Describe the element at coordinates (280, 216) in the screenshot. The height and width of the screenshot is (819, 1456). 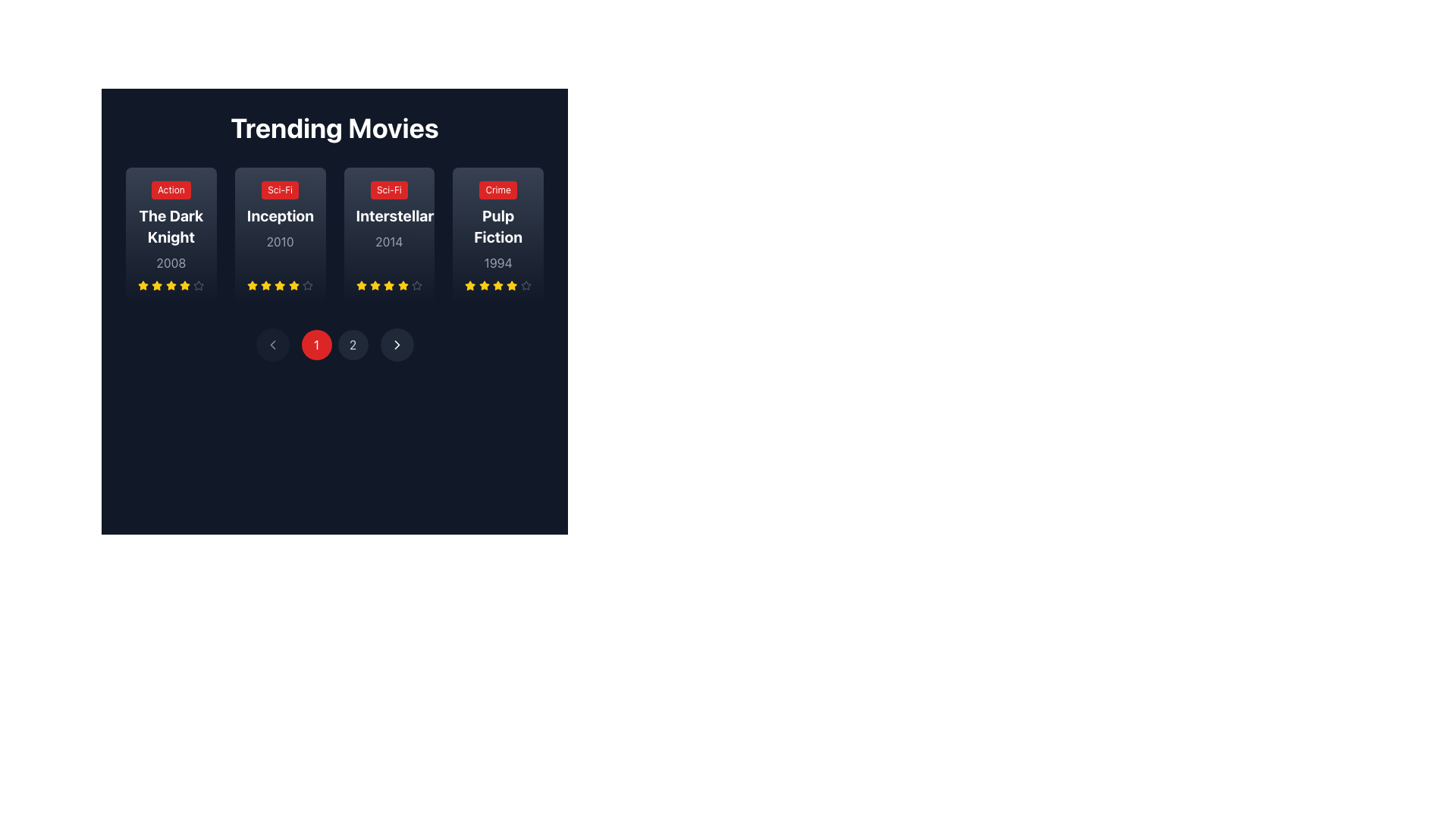
I see `the text label displaying 'Inception', which is styled with a large, bold font in white and positioned below the 'Sci-Fi' badge in the second card from the left` at that location.